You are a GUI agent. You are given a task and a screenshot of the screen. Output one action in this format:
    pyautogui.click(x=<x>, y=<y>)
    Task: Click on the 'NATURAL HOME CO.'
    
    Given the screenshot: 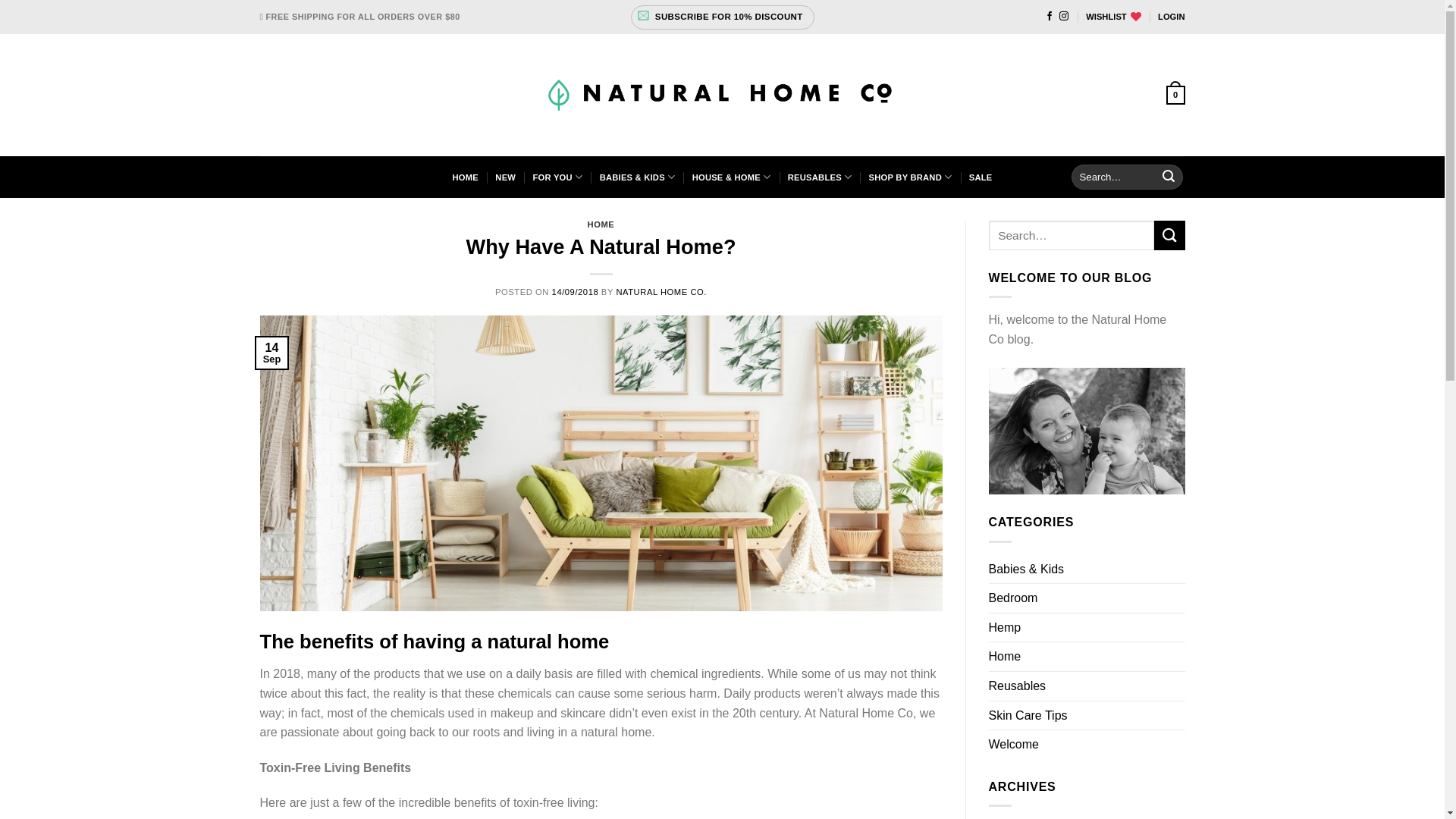 What is the action you would take?
    pyautogui.click(x=661, y=292)
    